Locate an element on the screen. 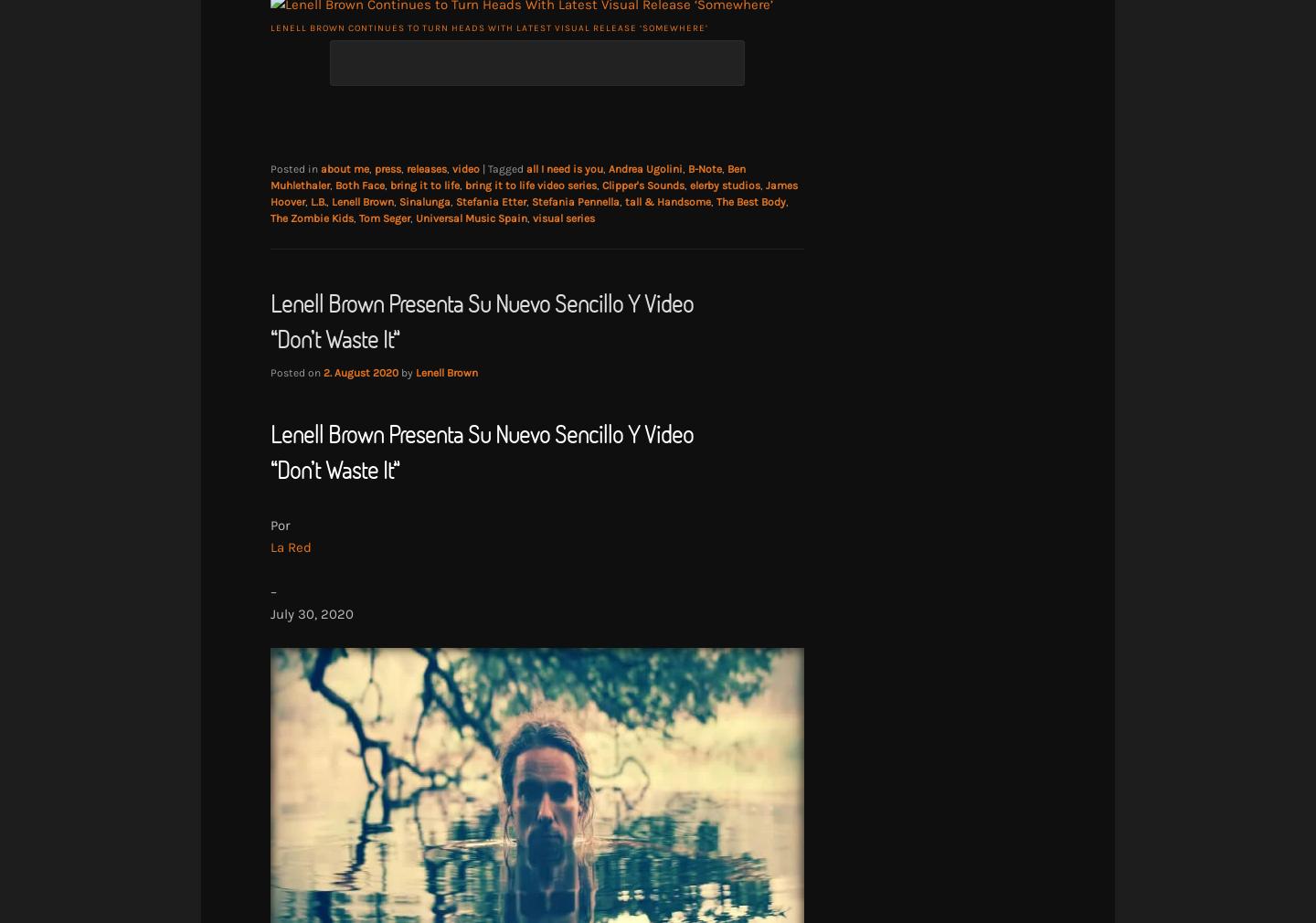 Image resolution: width=1316 pixels, height=923 pixels. 'L.B.' is located at coordinates (318, 200).